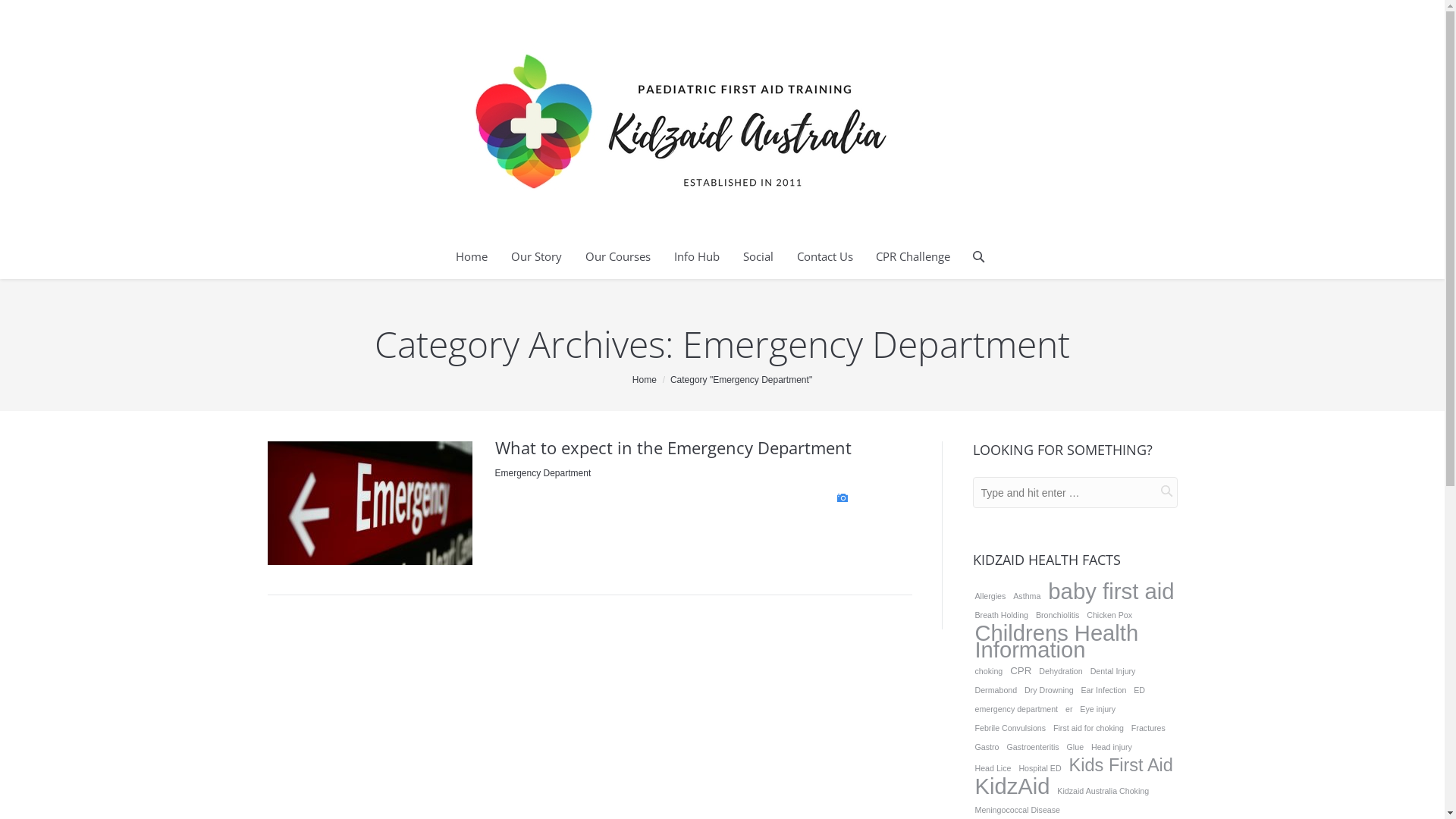 The image size is (1456, 819). Describe the element at coordinates (1056, 614) in the screenshot. I see `'Bronchiolitis'` at that location.